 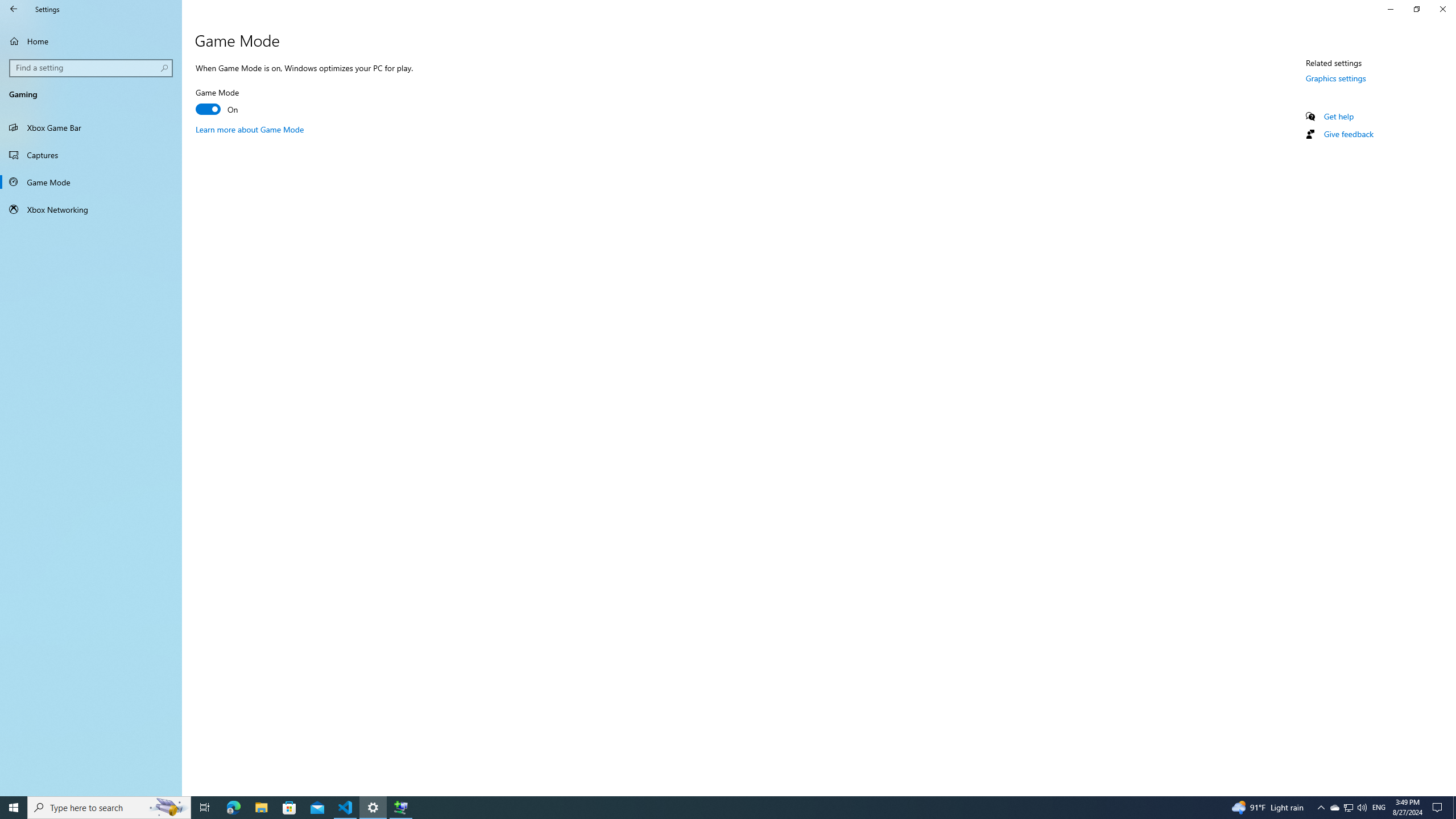 What do you see at coordinates (345, 806) in the screenshot?
I see `'Visual Studio Code - 1 running window'` at bounding box center [345, 806].